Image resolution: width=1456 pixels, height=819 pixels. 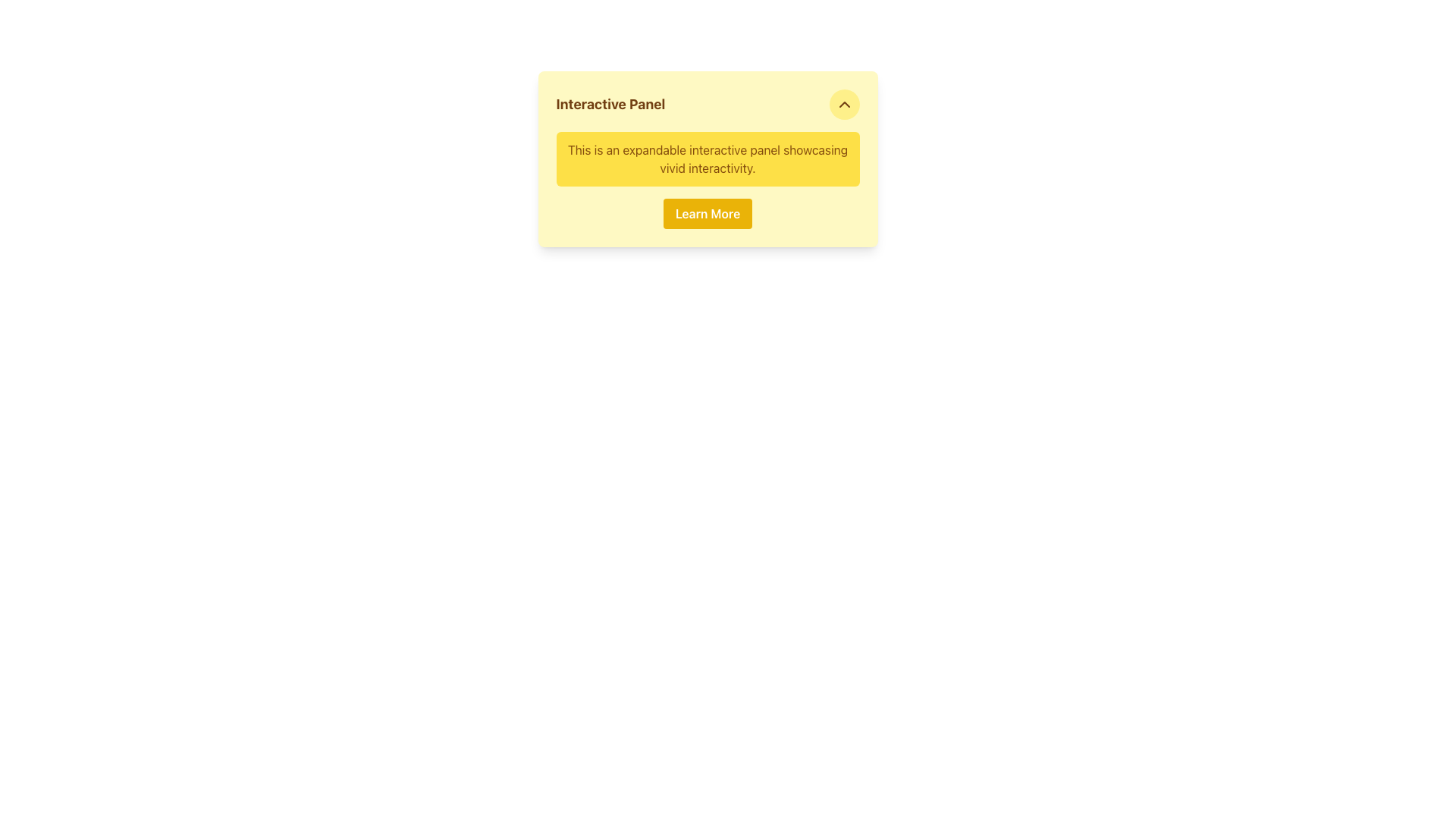 I want to click on the informational panel with a light yellow background that contains the text 'This is an expandable interactive panel showcasing vivid interactivity.', so click(x=707, y=158).